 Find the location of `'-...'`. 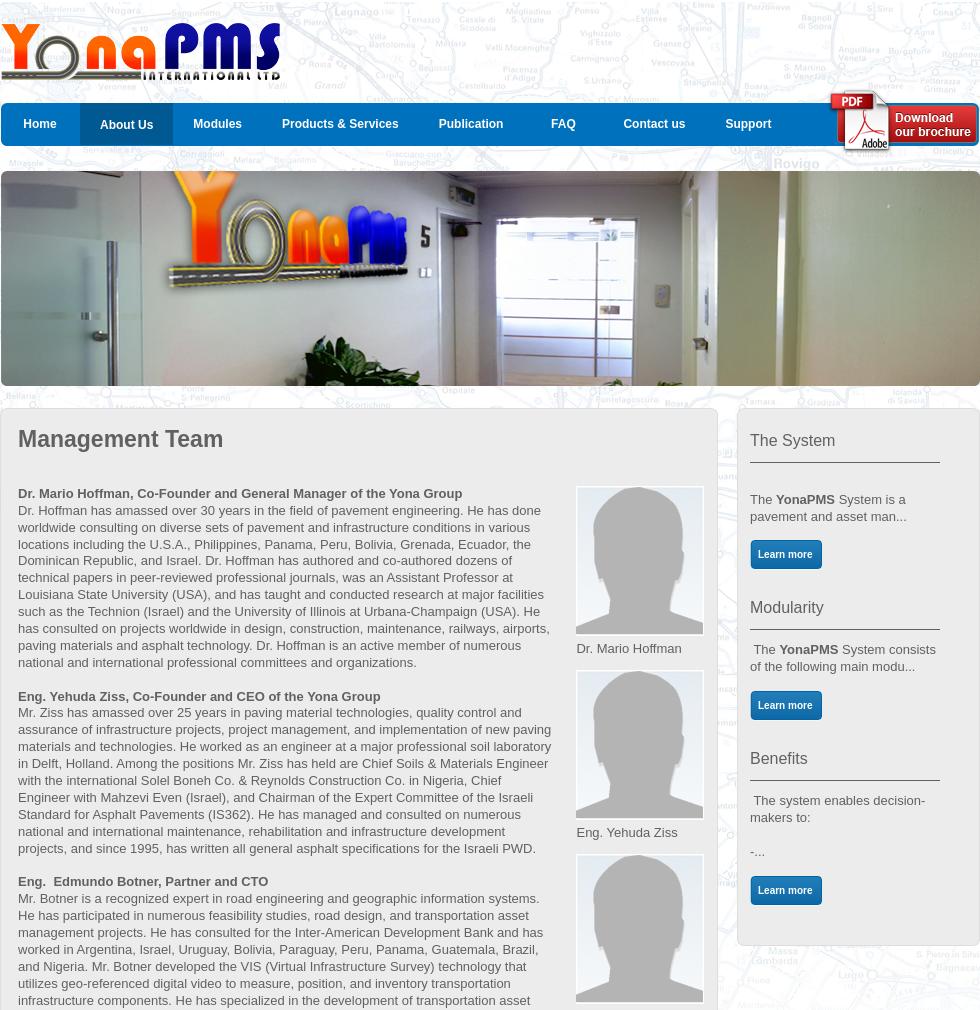

'-...' is located at coordinates (749, 850).